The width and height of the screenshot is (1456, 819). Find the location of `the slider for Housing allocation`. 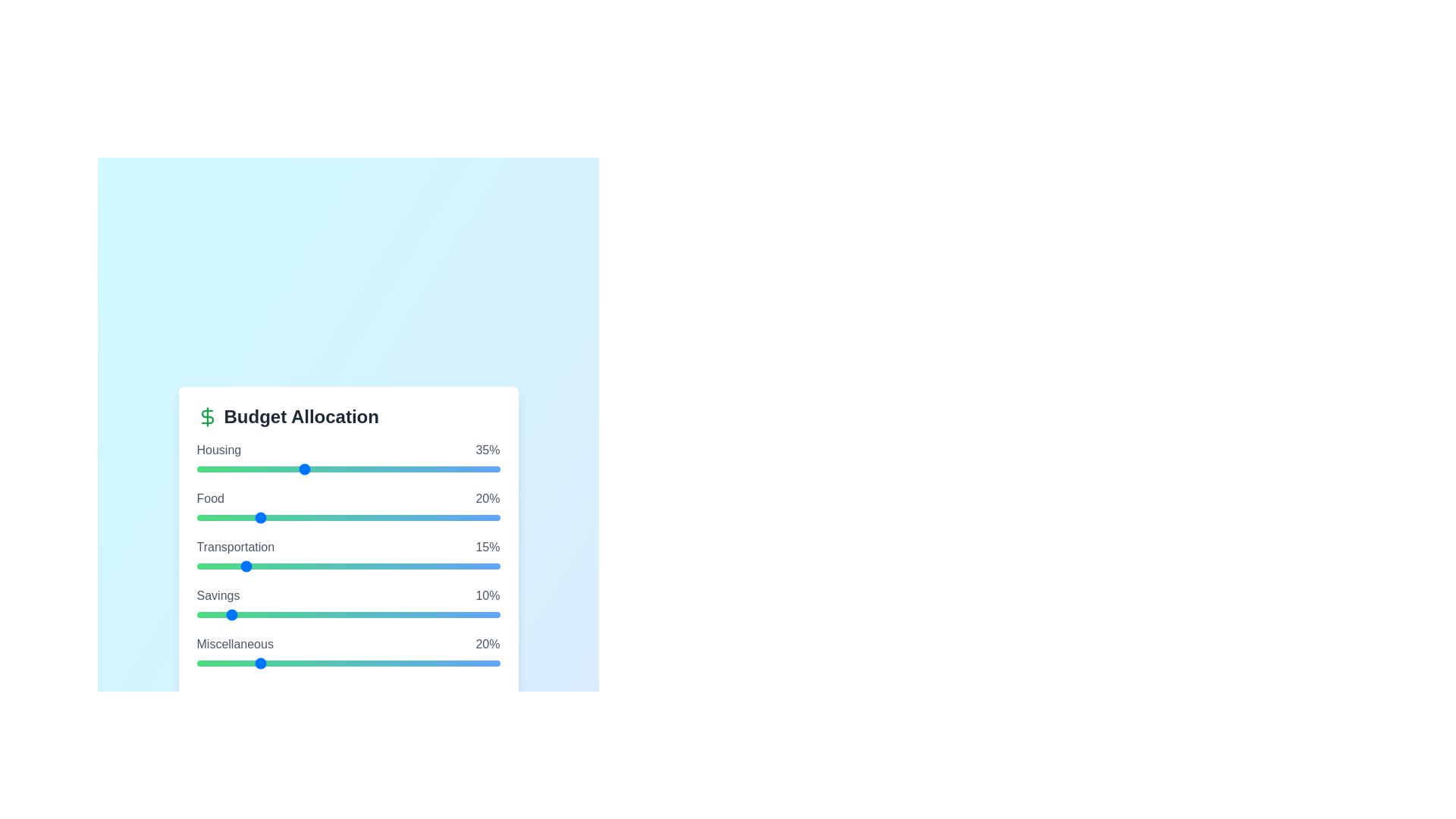

the slider for Housing allocation is located at coordinates (347, 468).